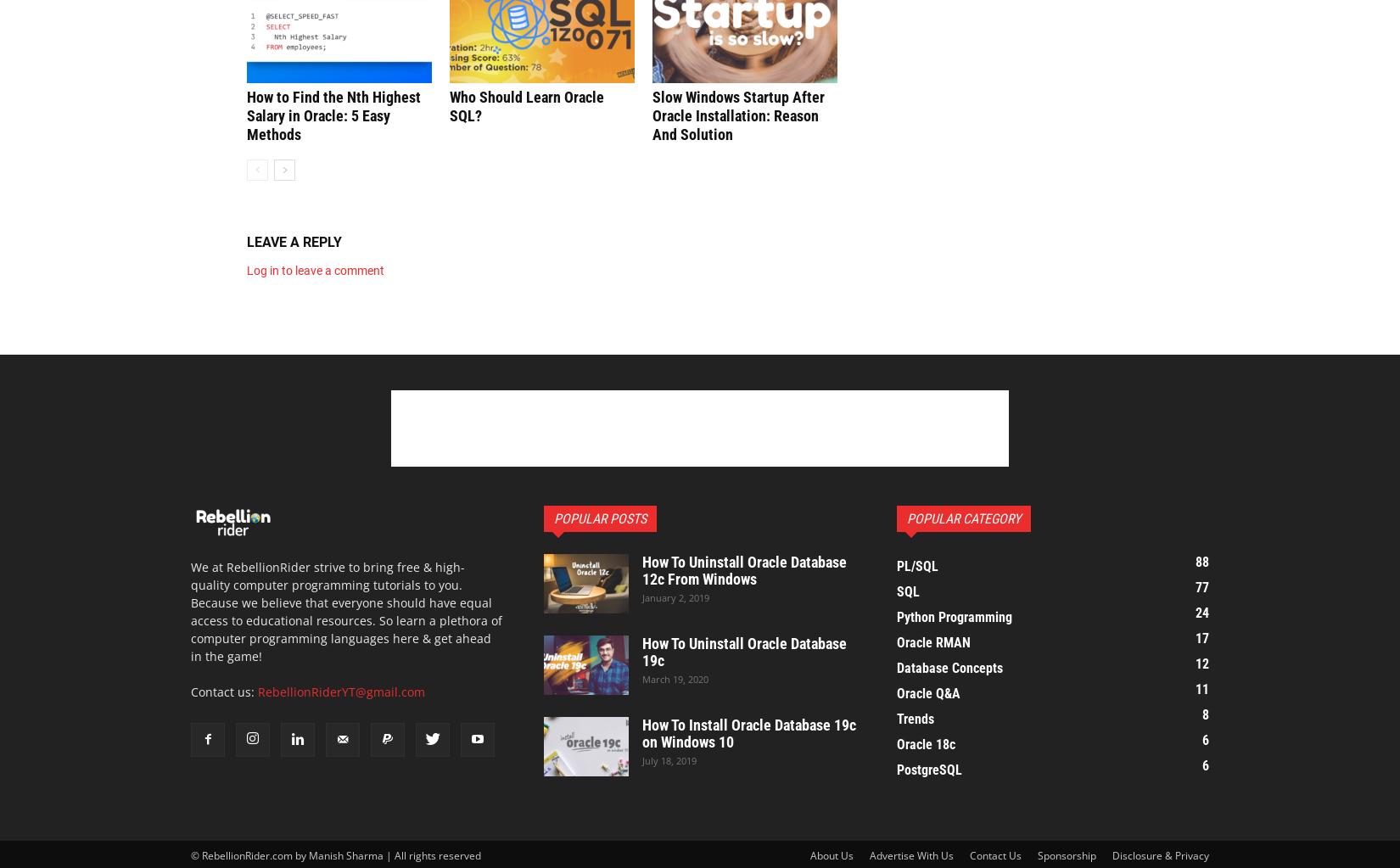 The width and height of the screenshot is (1400, 868). I want to click on '©  RebellionRider.com by Manish Sharma | All rights reserved', so click(336, 854).